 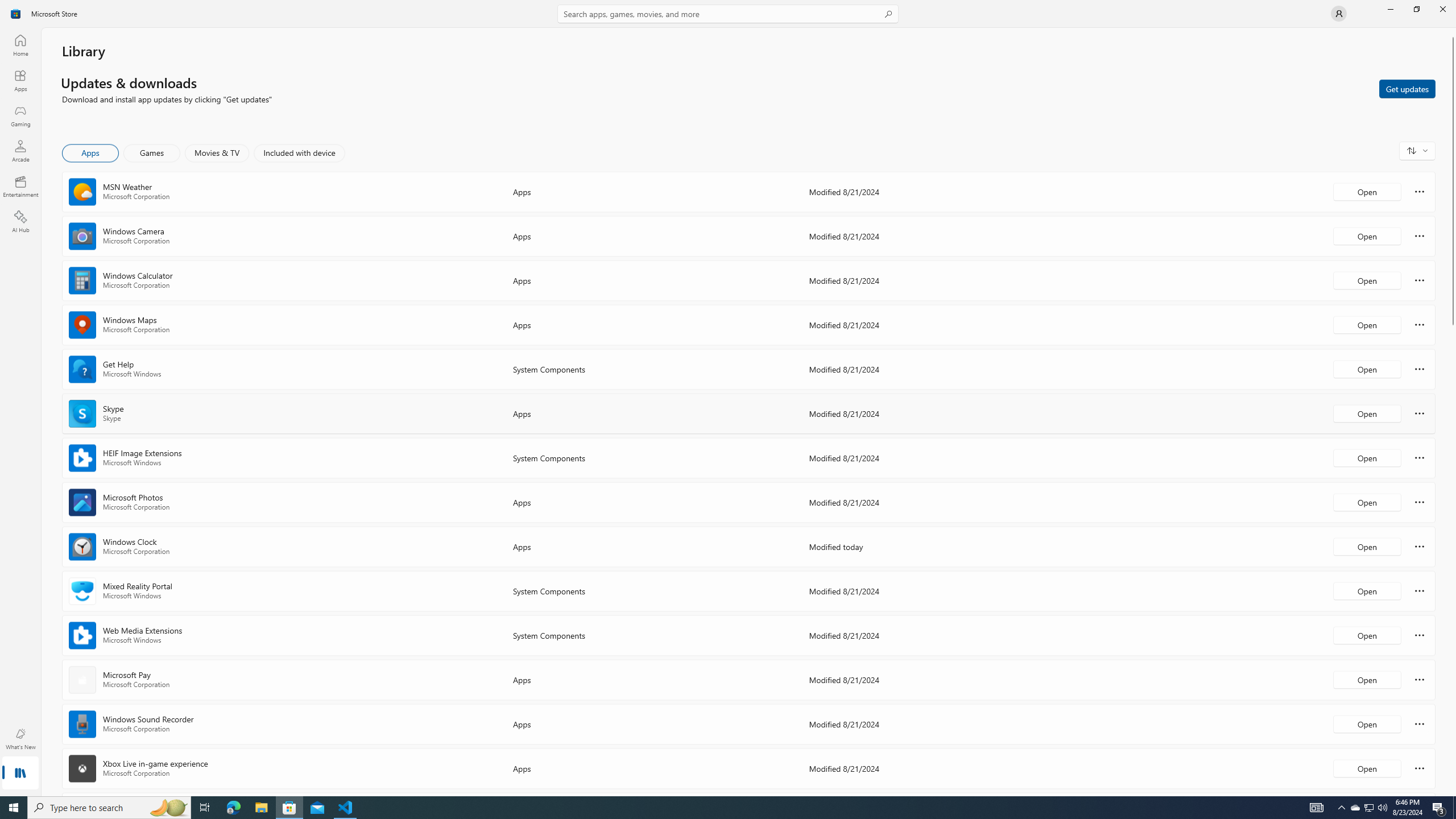 What do you see at coordinates (1451, 412) in the screenshot?
I see `'Vertical'` at bounding box center [1451, 412].